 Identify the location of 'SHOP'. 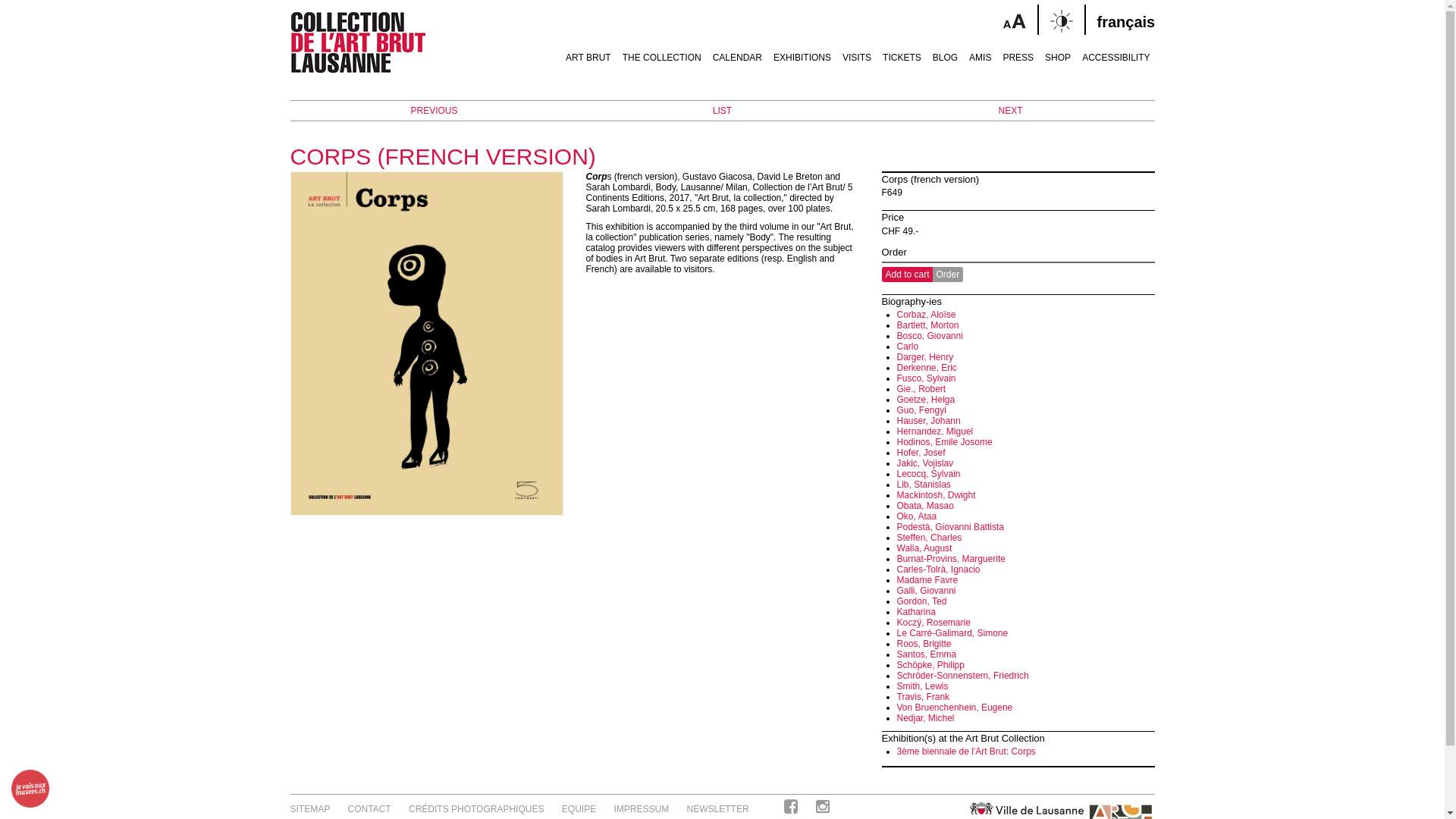
(1057, 51).